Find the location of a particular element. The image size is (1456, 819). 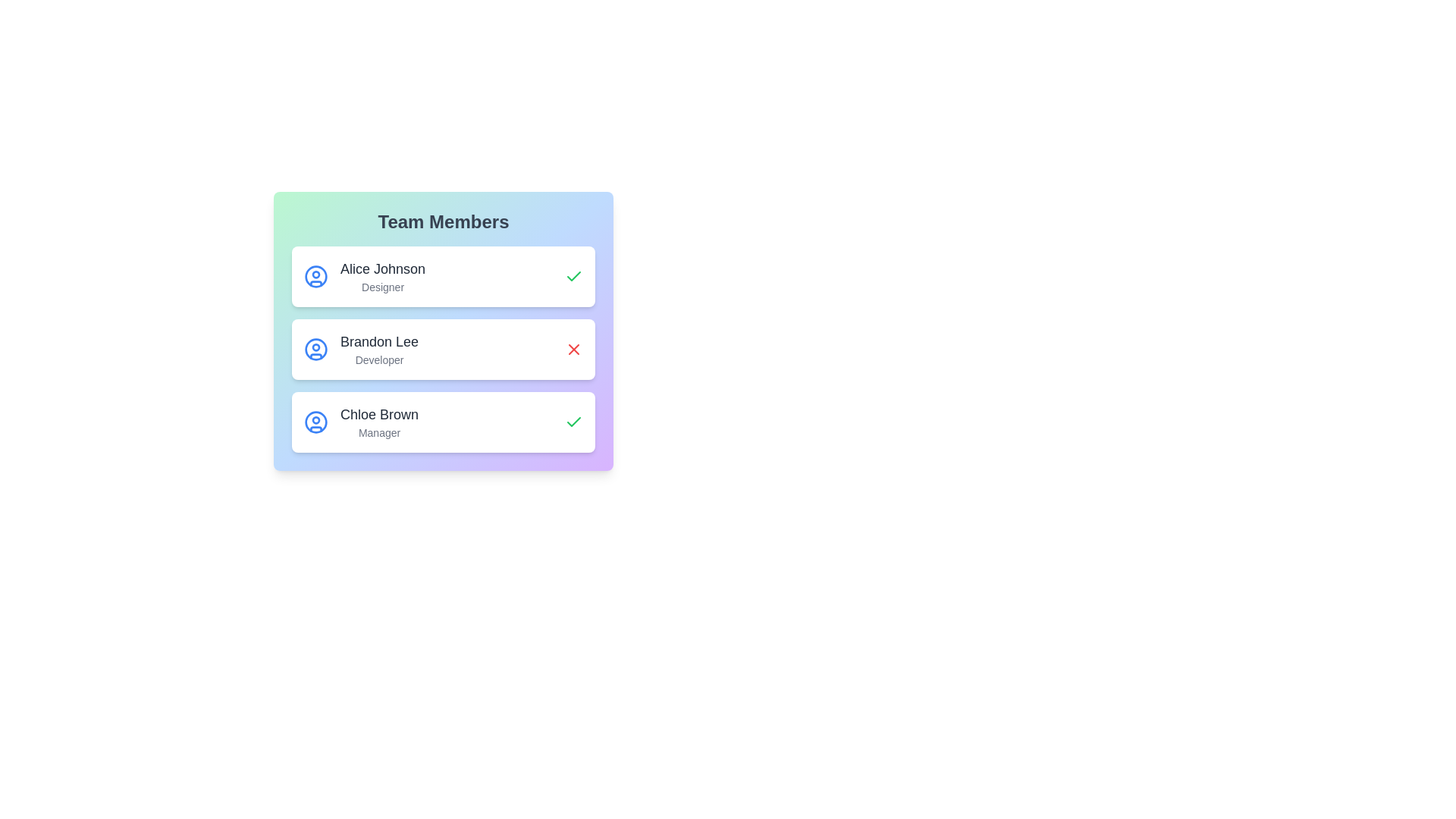

the status icon for Brandon Lee to inspect their online/offline status is located at coordinates (573, 350).